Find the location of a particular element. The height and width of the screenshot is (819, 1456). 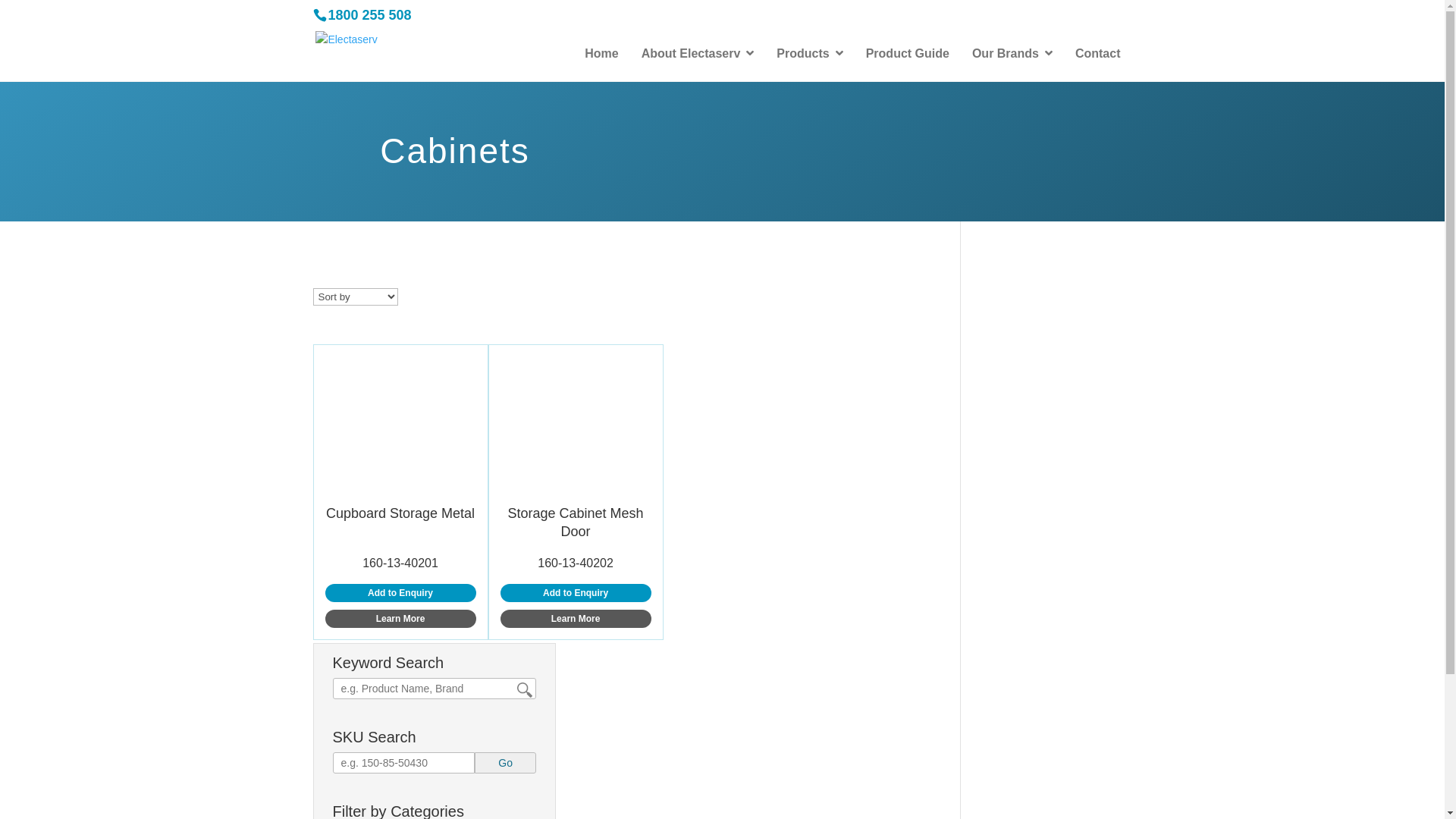

'Product Guide' is located at coordinates (907, 53).